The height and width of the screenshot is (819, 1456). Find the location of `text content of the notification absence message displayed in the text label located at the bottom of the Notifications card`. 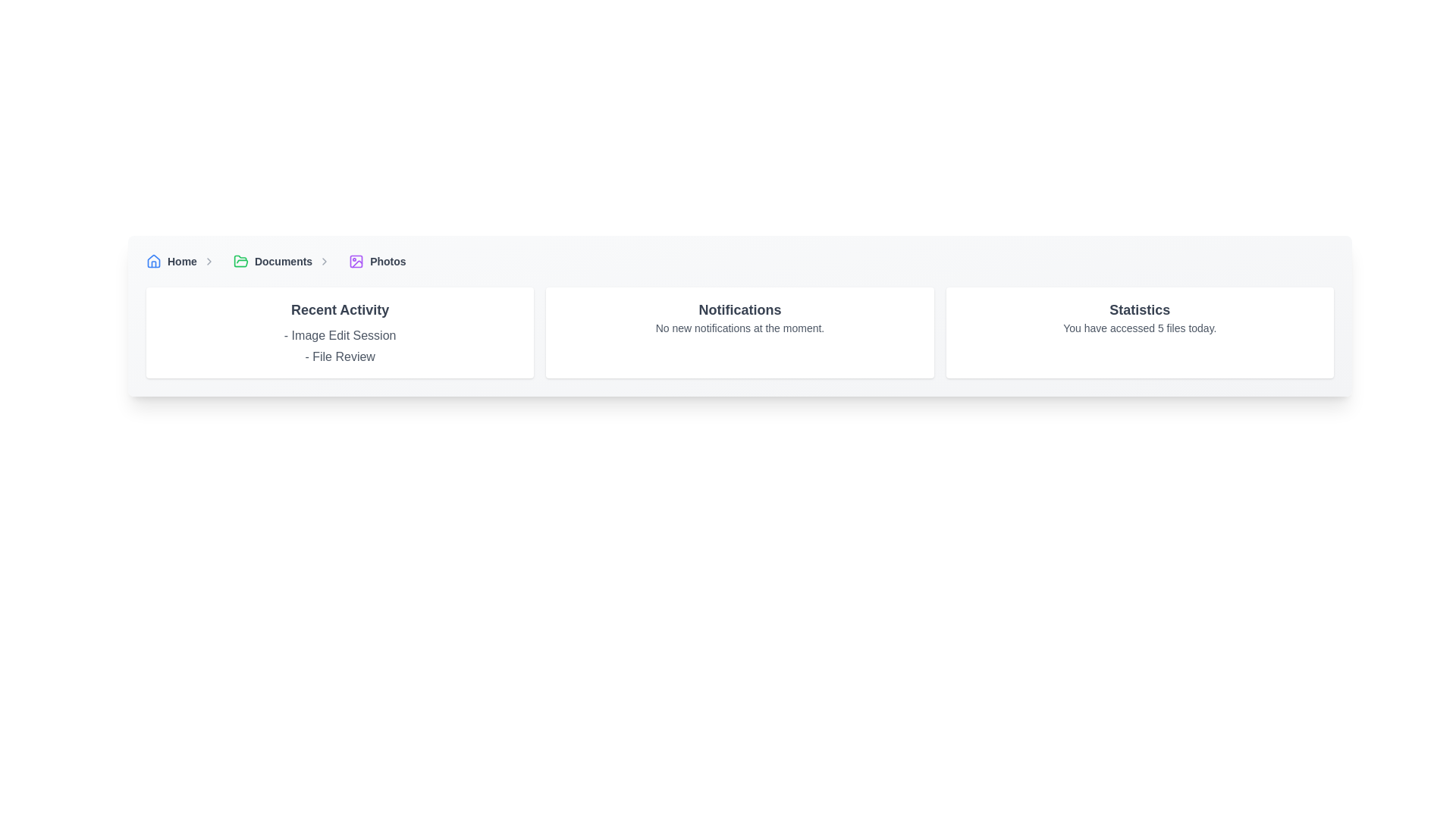

text content of the notification absence message displayed in the text label located at the bottom of the Notifications card is located at coordinates (739, 327).